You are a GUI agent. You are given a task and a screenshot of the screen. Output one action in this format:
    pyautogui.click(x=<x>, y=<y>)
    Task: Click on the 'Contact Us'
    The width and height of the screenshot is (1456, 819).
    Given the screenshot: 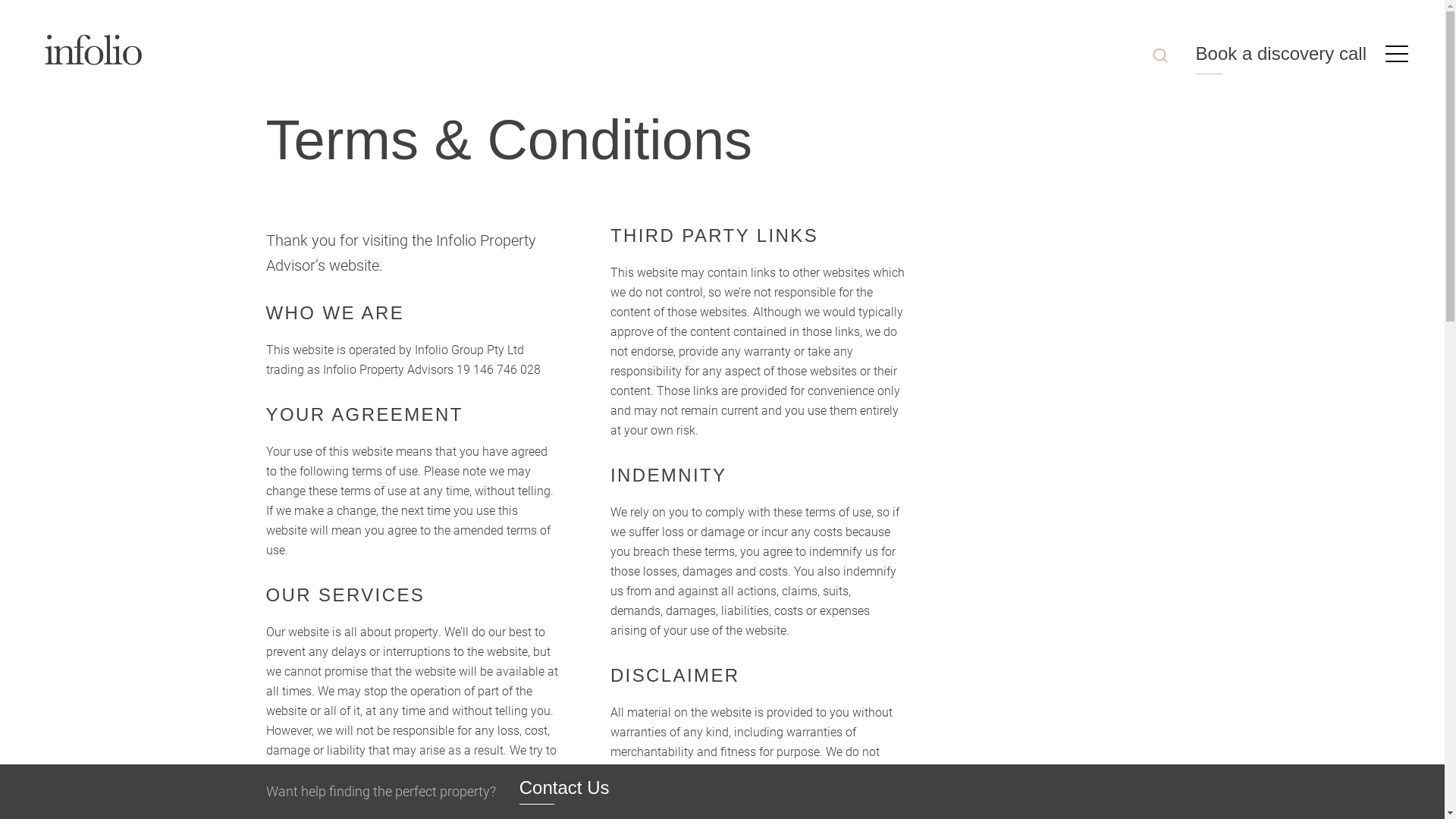 What is the action you would take?
    pyautogui.click(x=563, y=791)
    